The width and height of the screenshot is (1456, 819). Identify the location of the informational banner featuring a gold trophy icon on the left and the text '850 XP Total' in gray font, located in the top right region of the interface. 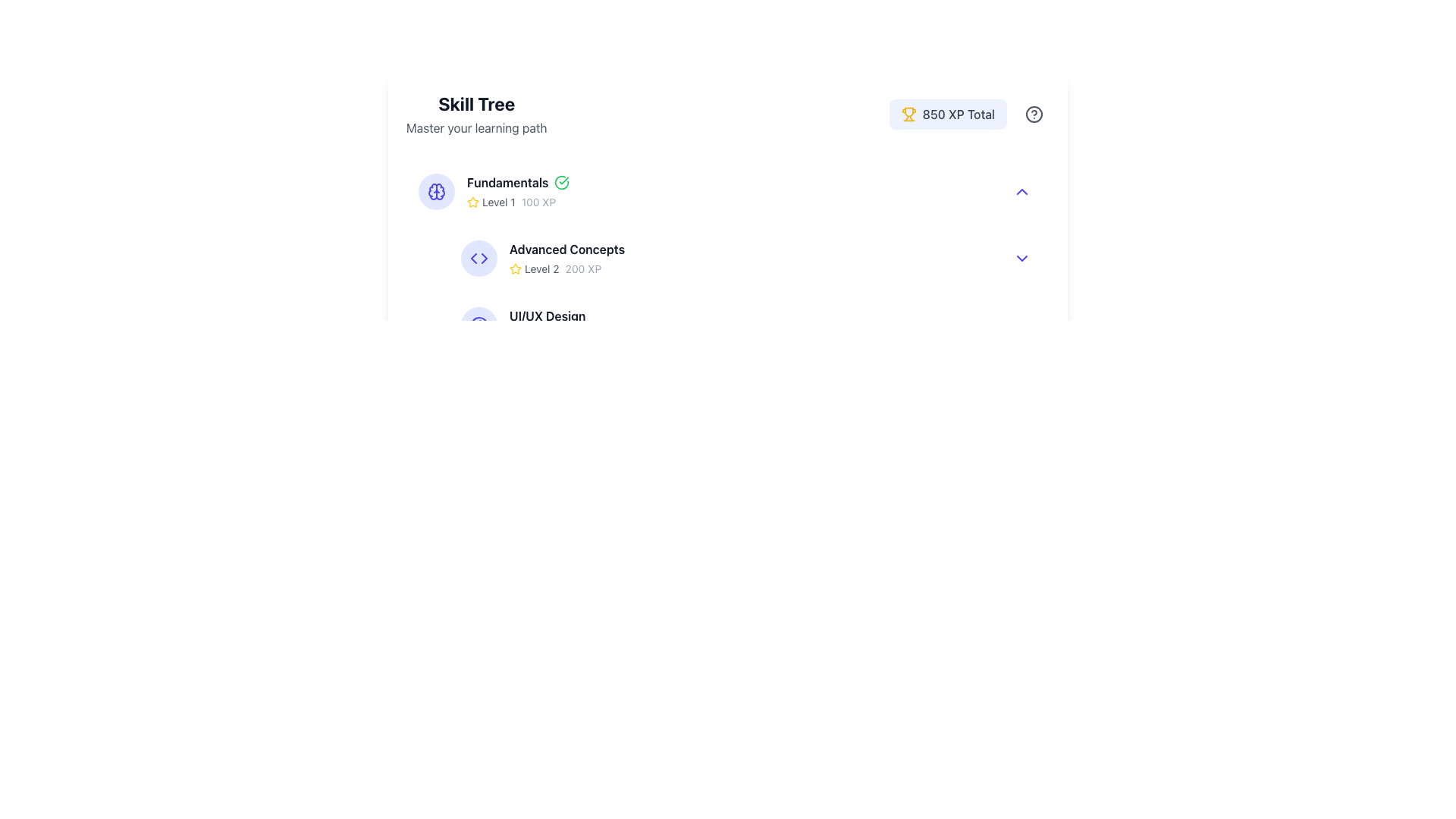
(947, 113).